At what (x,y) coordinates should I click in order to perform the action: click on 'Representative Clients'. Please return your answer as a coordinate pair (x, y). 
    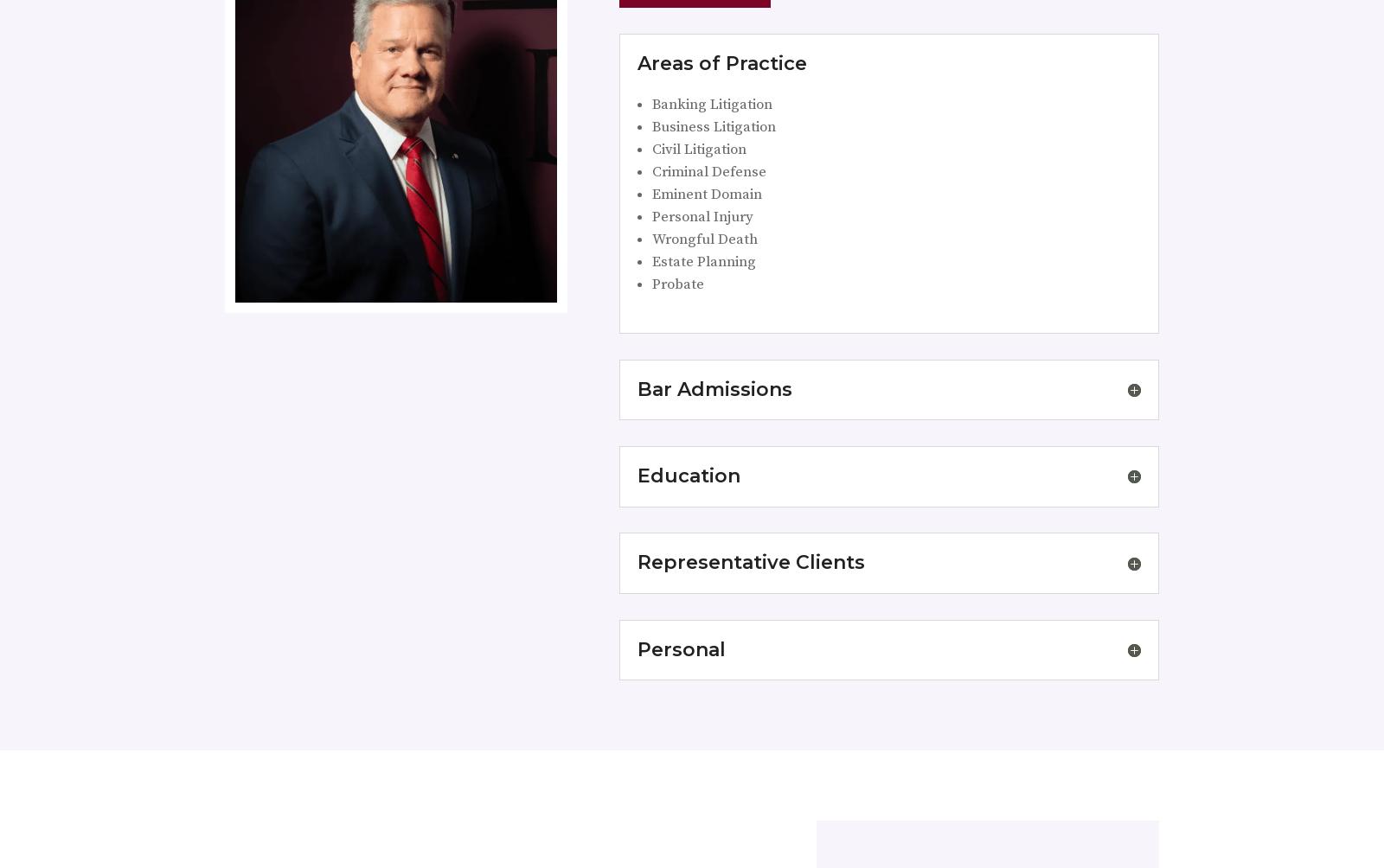
    Looking at the image, I should click on (749, 561).